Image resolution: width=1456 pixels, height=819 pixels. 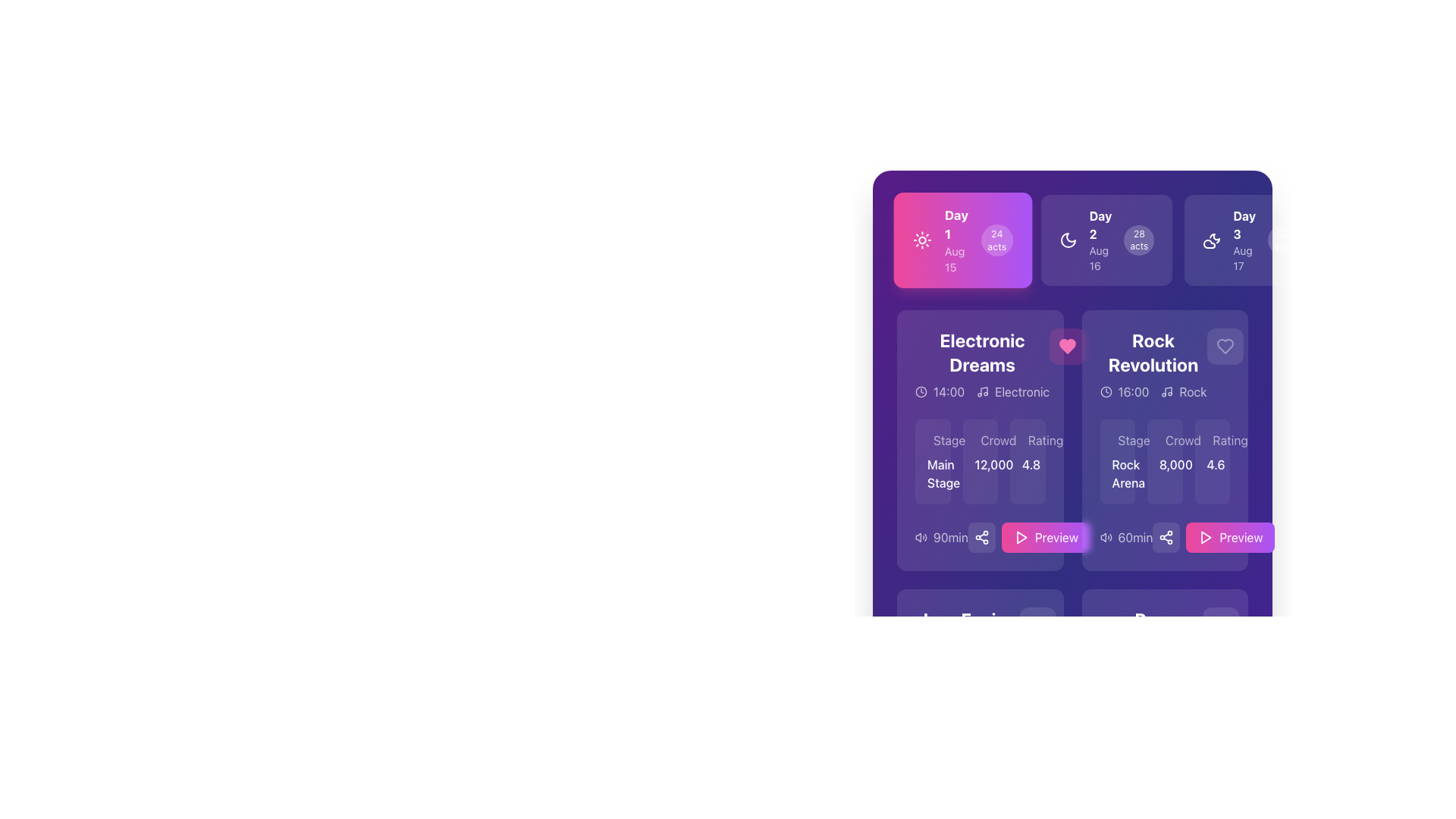 I want to click on the text label displaying the crowd count metric located in the center of the 'Crowd' section within the 'Rock Revolution' panel, so click(x=1164, y=464).